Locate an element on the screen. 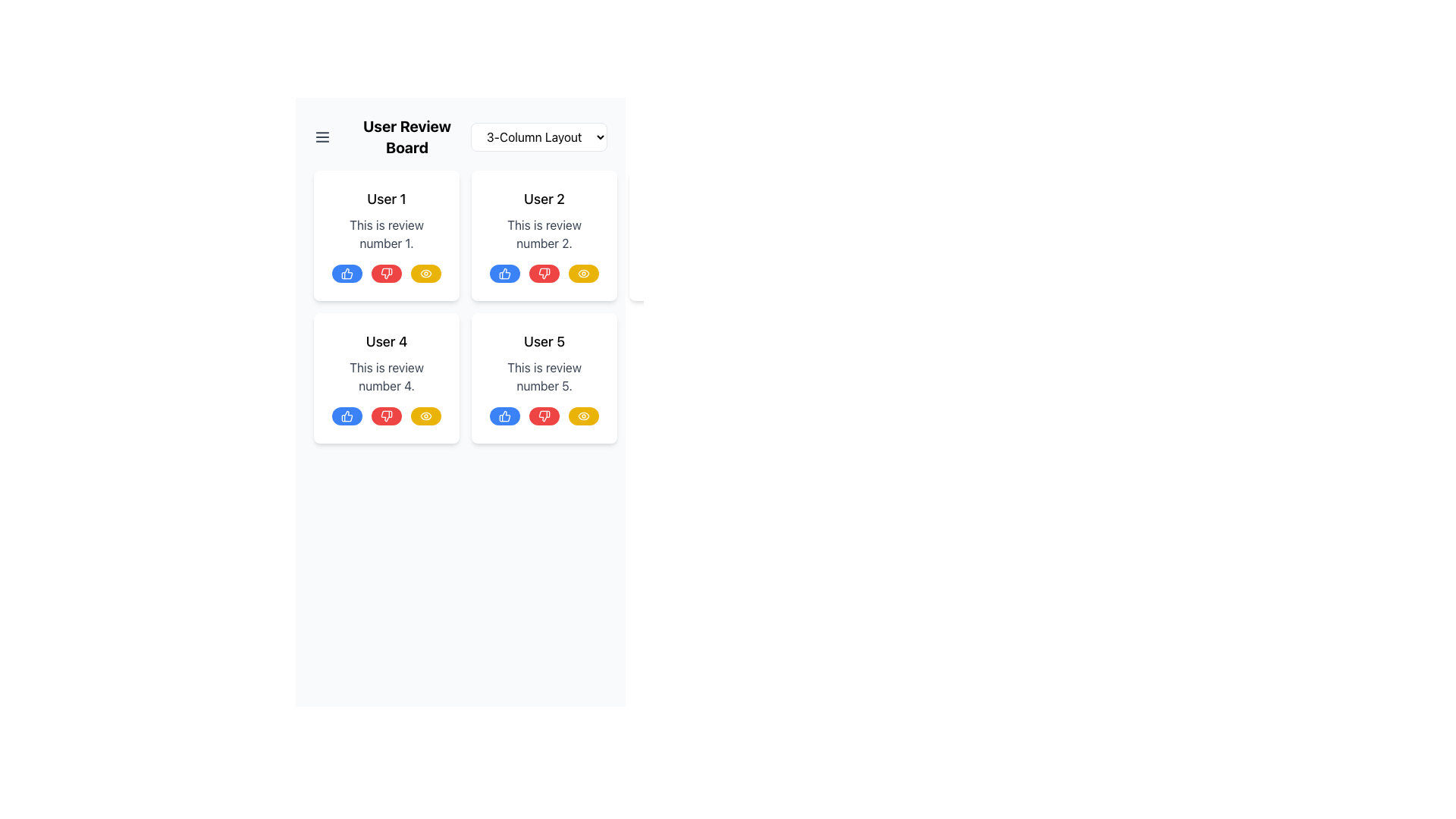 The width and height of the screenshot is (1456, 819). the thumbs-up icon button with a blue circular background to like the review for 'User 4' is located at coordinates (505, 416).